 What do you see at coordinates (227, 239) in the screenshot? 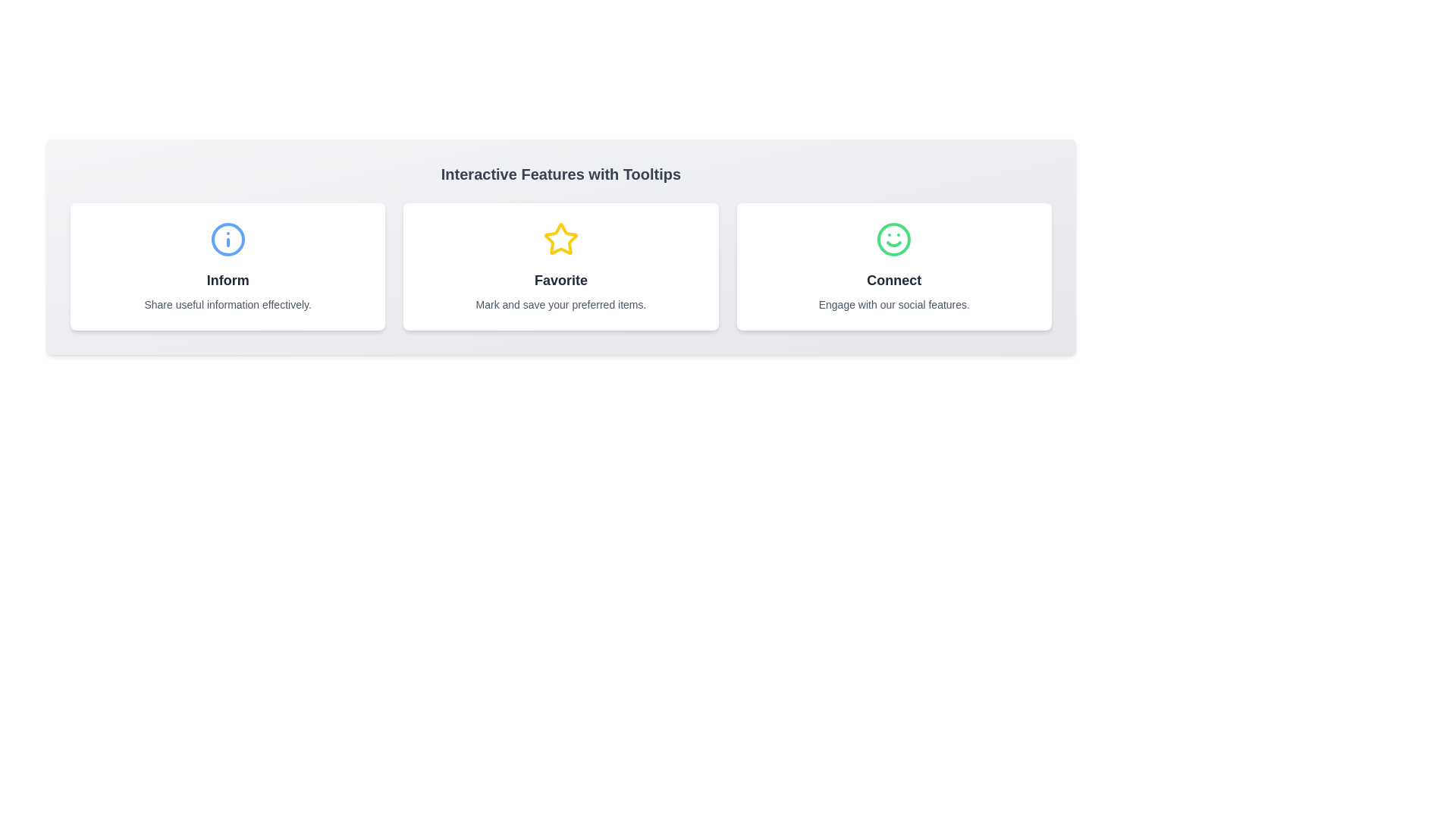
I see `the information icon, which is a blue circle with a lowercase 'i' symbol against a white background, located in the first section labeled 'Inform'` at bounding box center [227, 239].